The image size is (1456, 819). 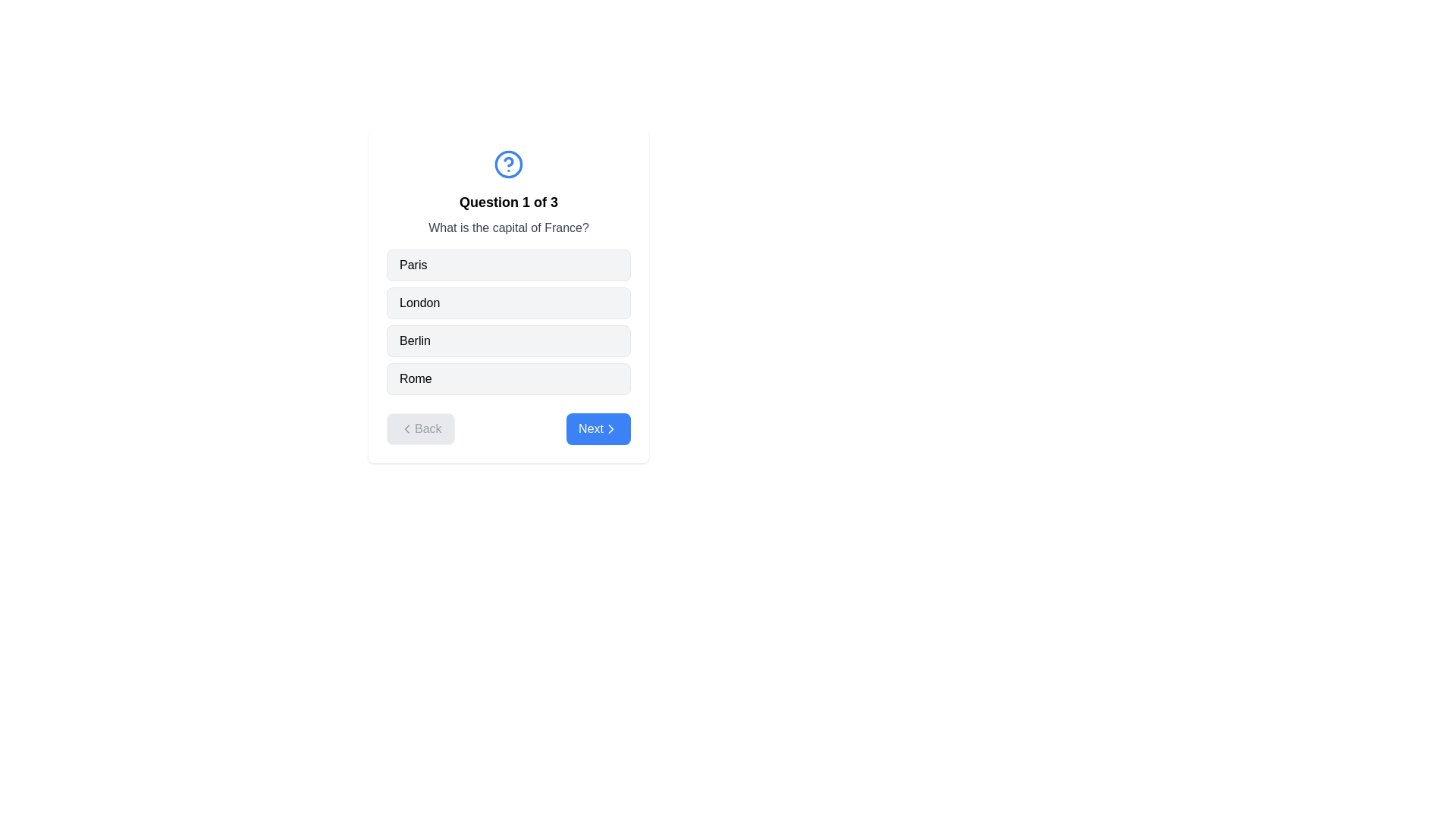 What do you see at coordinates (509, 303) in the screenshot?
I see `the 'London' button, which is a rectangular button with rounded corners, located in a vertically stacked list of buttons, positioned below the 'Paris' button` at bounding box center [509, 303].